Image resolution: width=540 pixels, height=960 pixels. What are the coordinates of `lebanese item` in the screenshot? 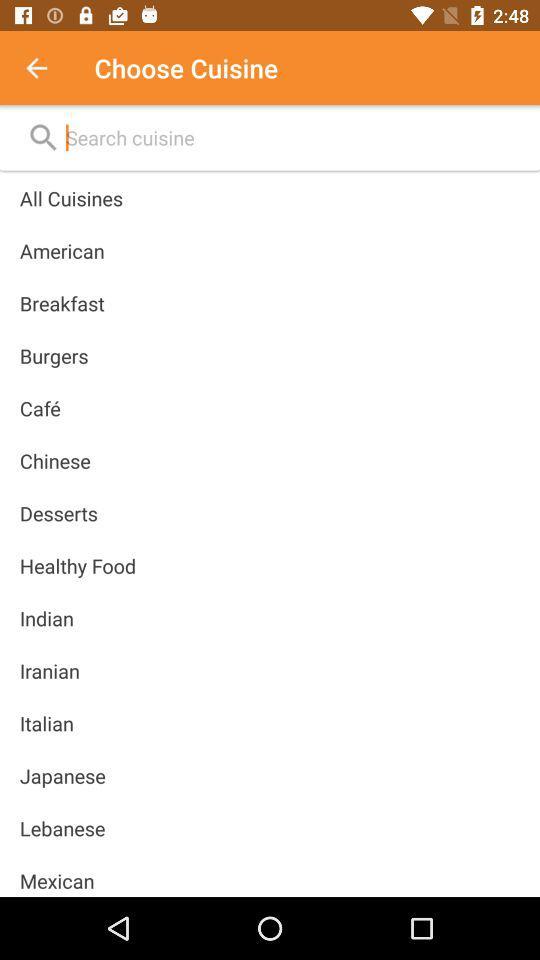 It's located at (62, 828).